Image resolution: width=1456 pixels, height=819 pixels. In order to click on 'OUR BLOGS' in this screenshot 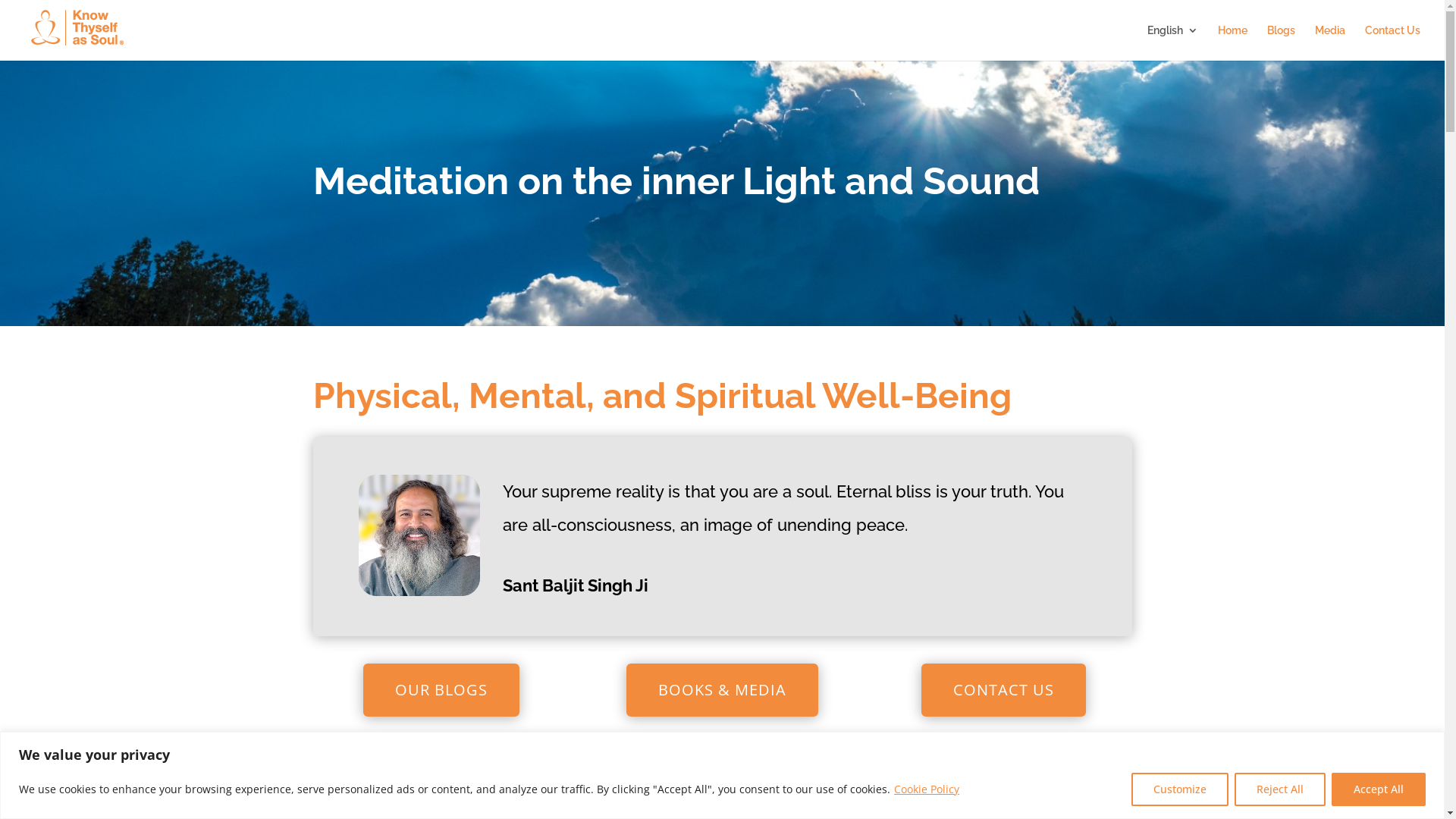, I will do `click(440, 690)`.